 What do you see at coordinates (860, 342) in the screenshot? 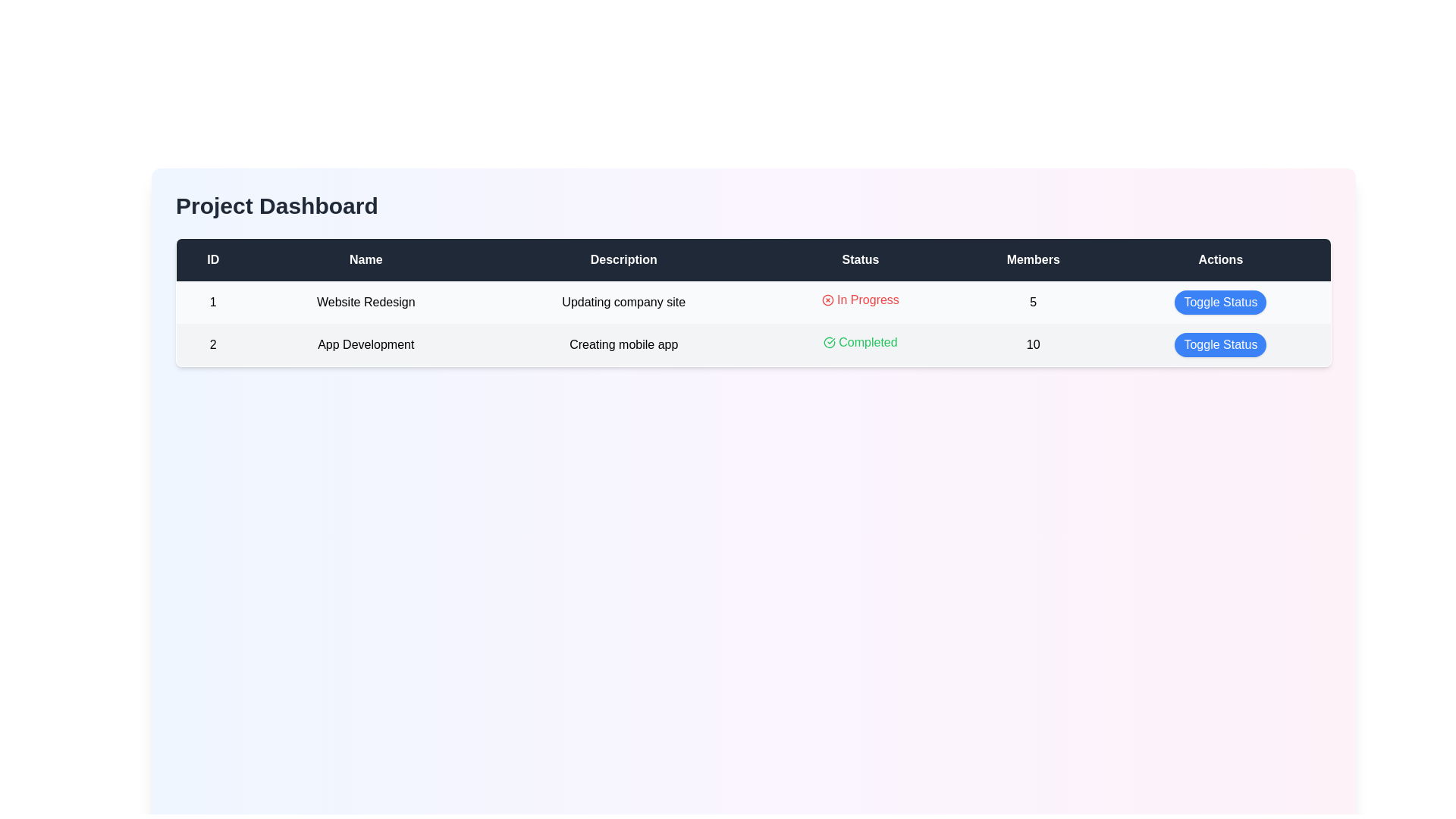
I see `the green circular check icon with the text 'Completed' in the Status column of the second row associated with the task 'Creating mobile app'` at bounding box center [860, 342].